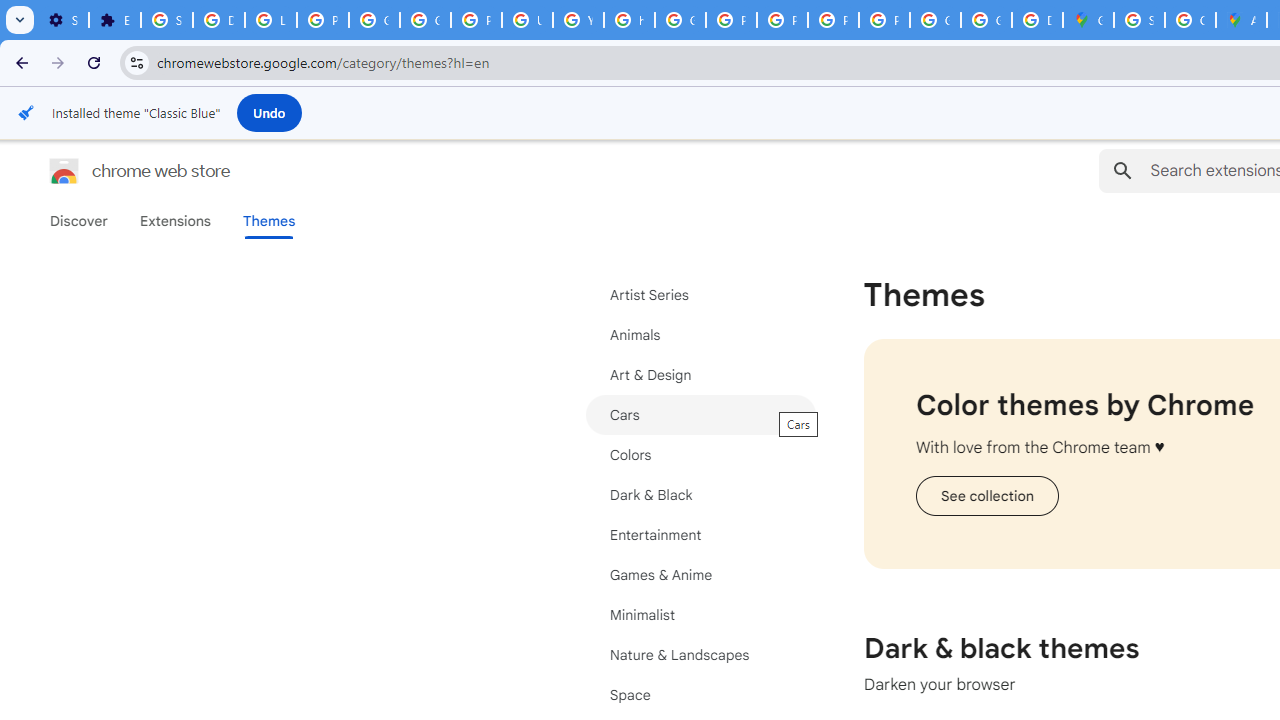  I want to click on 'Animals', so click(700, 334).